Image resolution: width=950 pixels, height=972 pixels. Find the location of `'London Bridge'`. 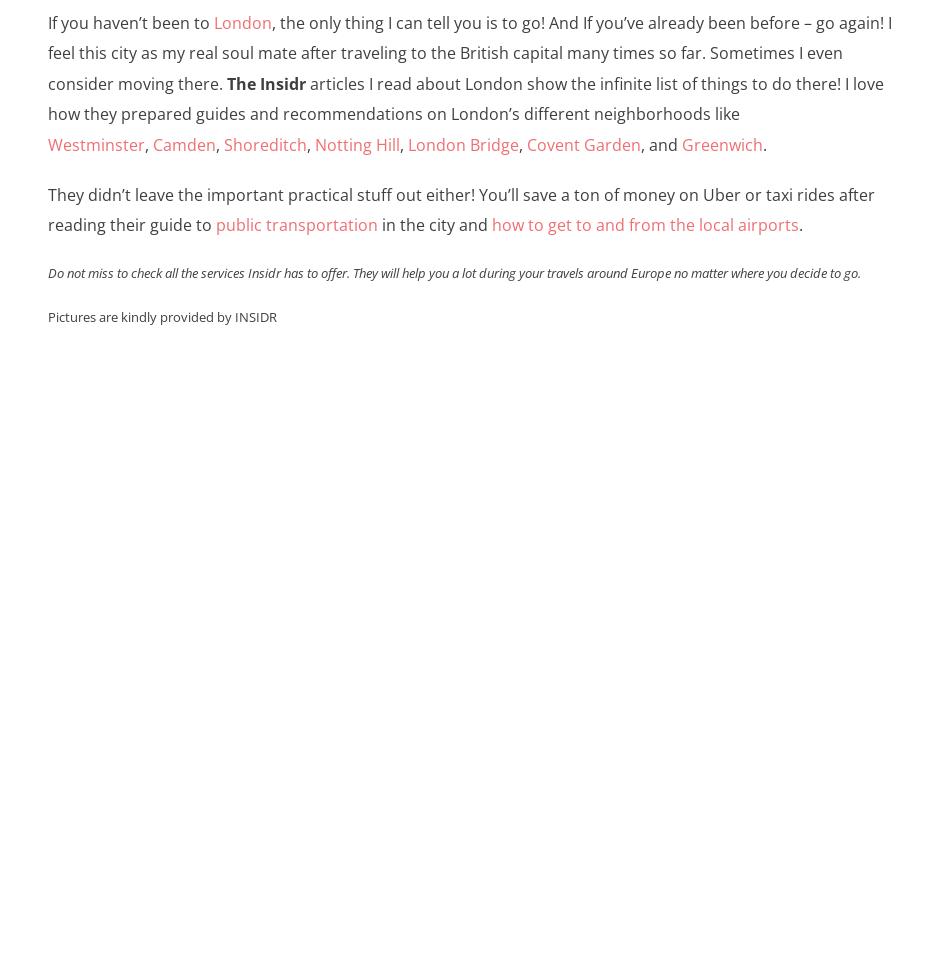

'London Bridge' is located at coordinates (461, 143).